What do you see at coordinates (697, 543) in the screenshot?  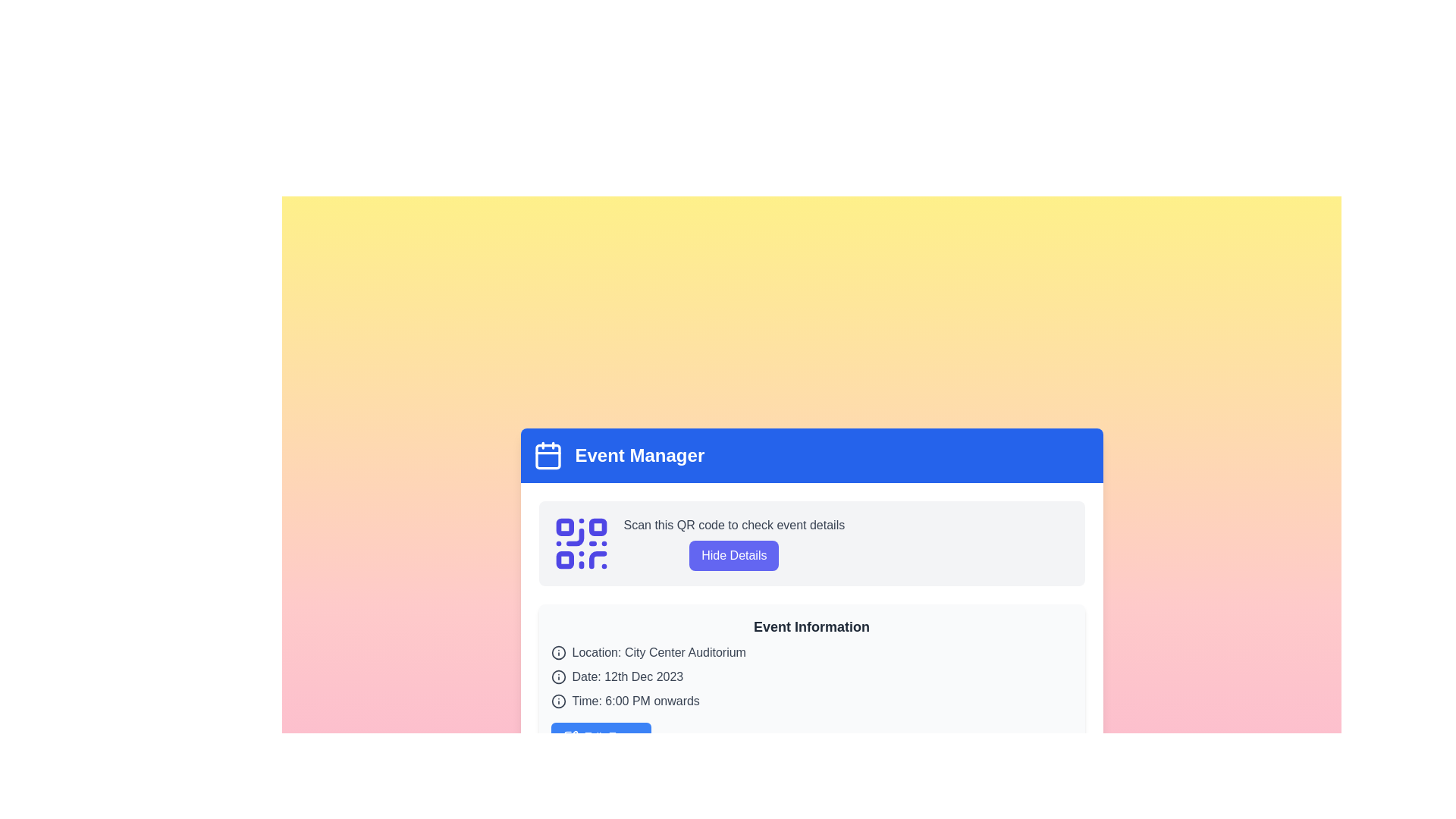 I see `the blue button labeled 'Hide Details' located at the top of the detailed event section to hide the event details` at bounding box center [697, 543].